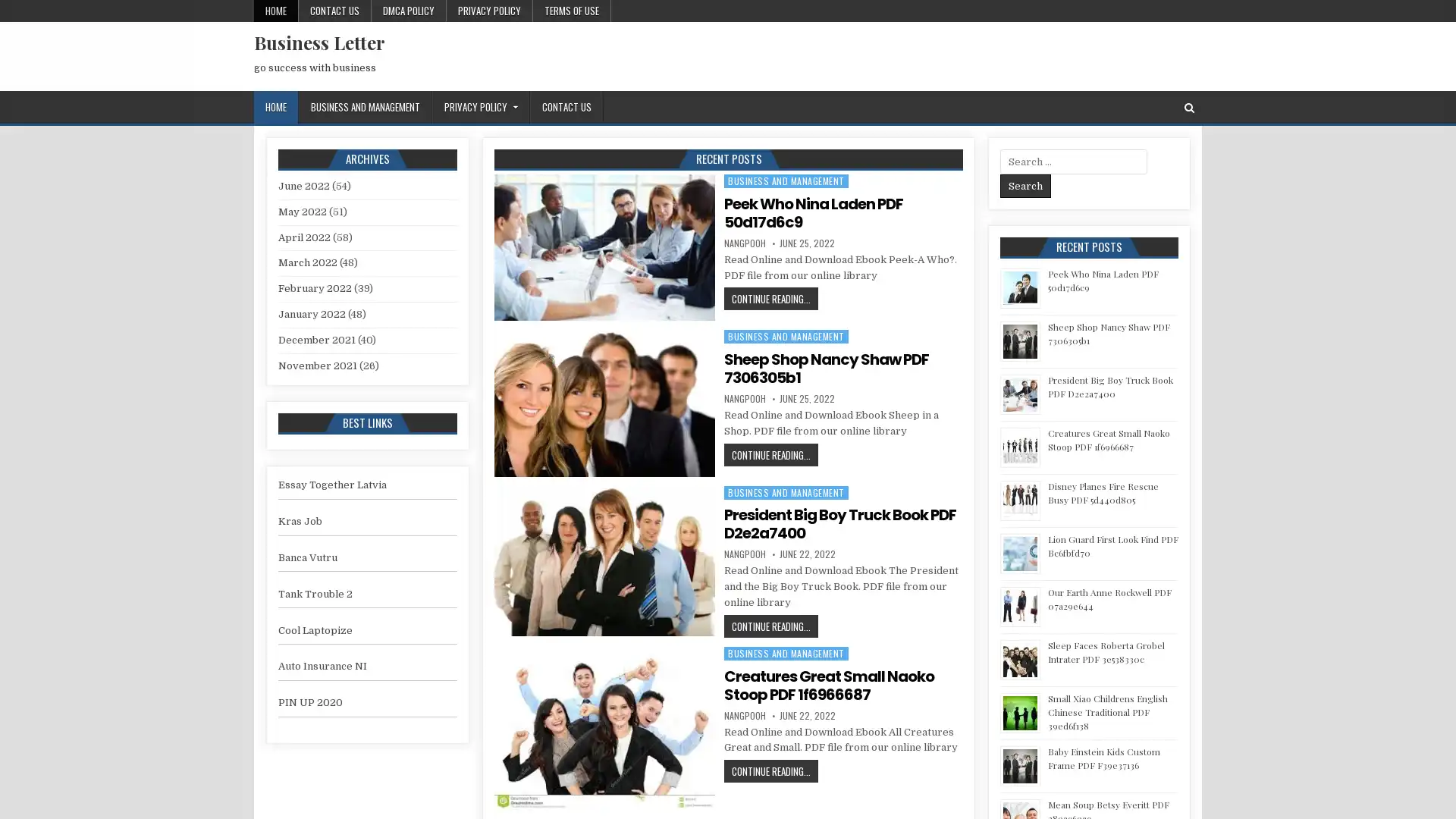 The image size is (1456, 819). I want to click on Search, so click(1025, 185).